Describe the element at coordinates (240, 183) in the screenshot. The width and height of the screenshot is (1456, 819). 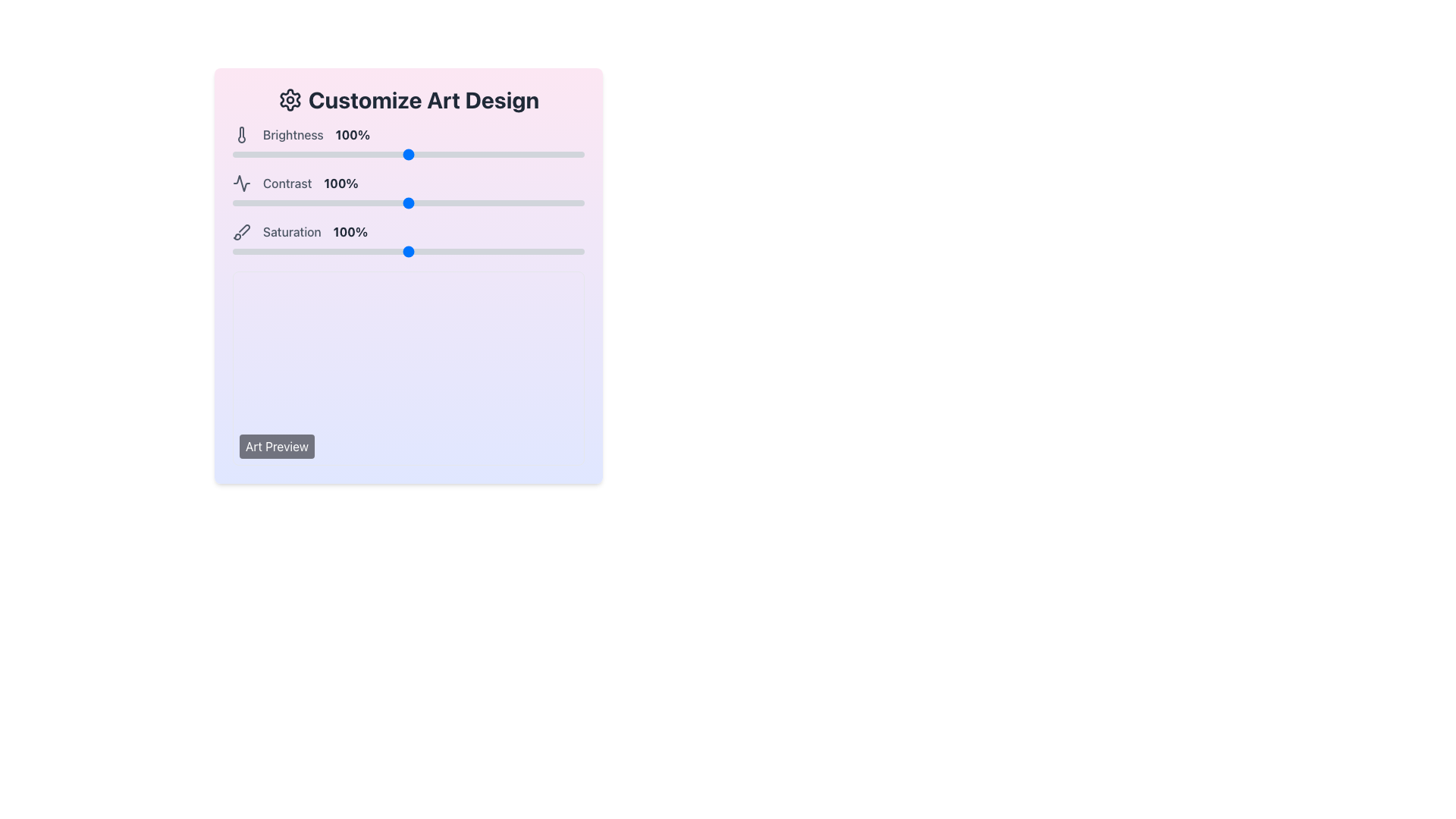
I see `the 'contrast' icon located to the left of the 'Contrast' label in the 'Customize Art Design' panel` at that location.